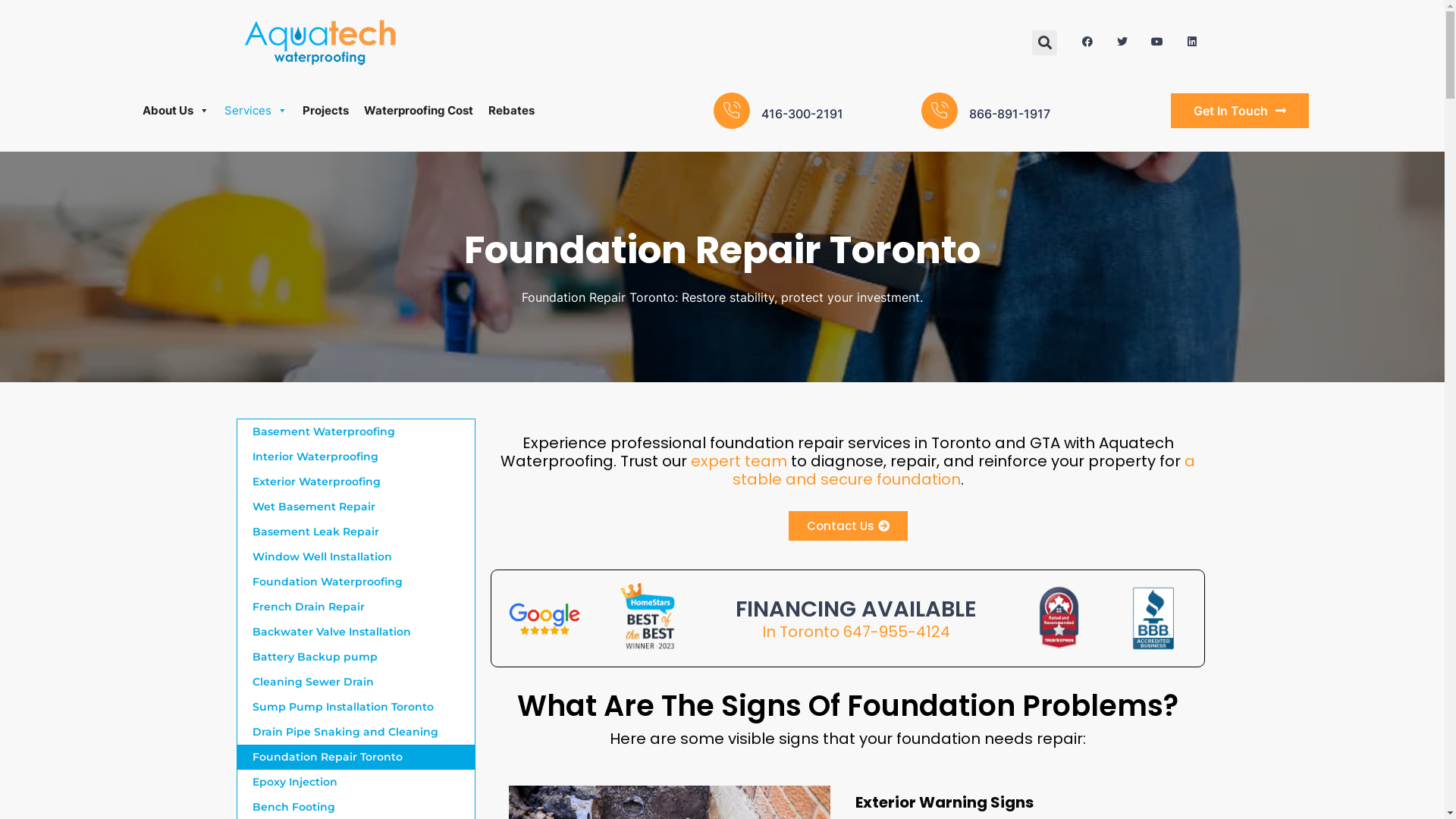 Image resolution: width=1456 pixels, height=819 pixels. I want to click on 'Services', so click(256, 110).